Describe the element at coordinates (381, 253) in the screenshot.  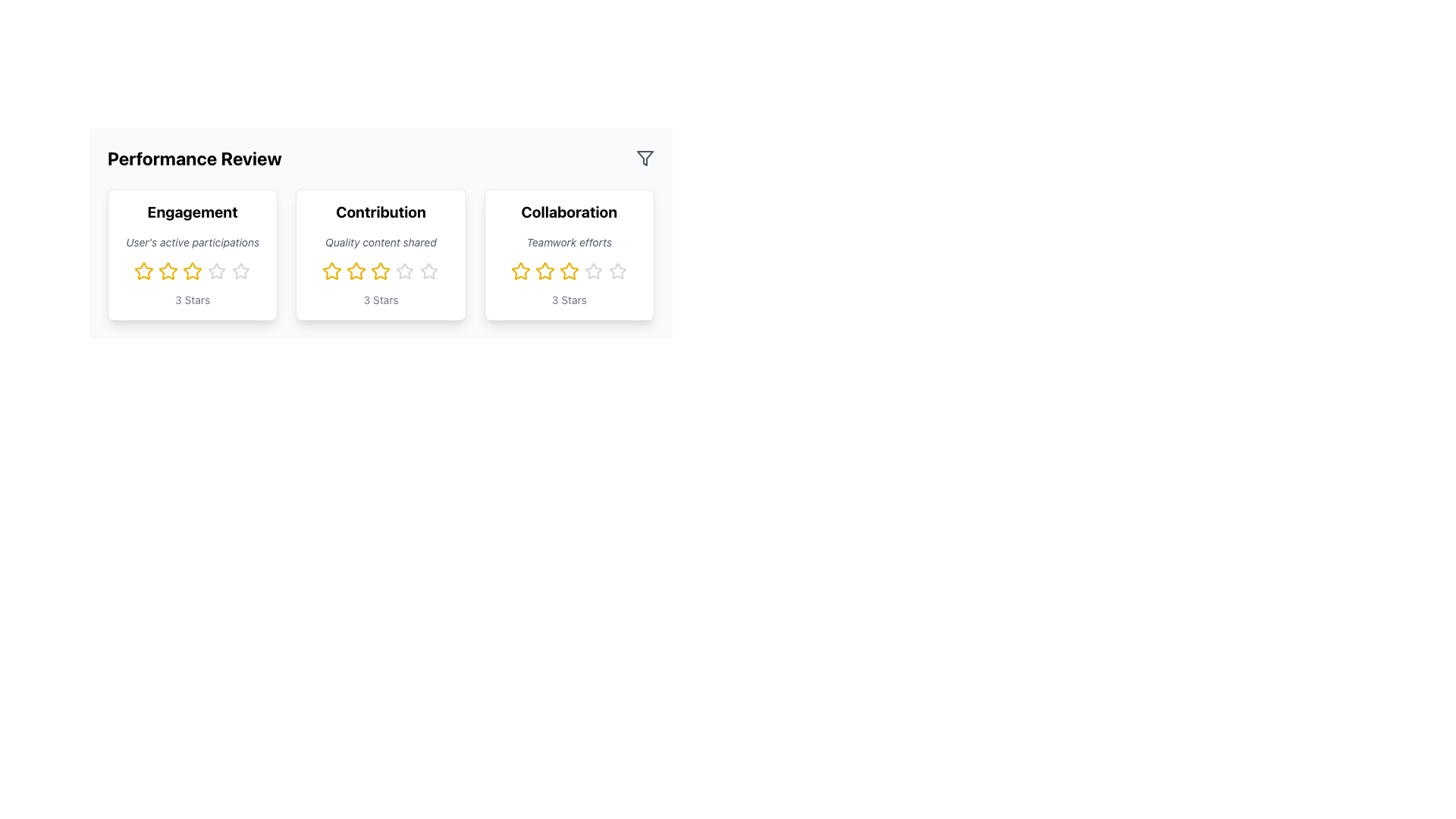
I see `the rating in the central section of the grid under 'Performance Review', which displays 'Contribution' with its corresponding 5-star rating system` at that location.